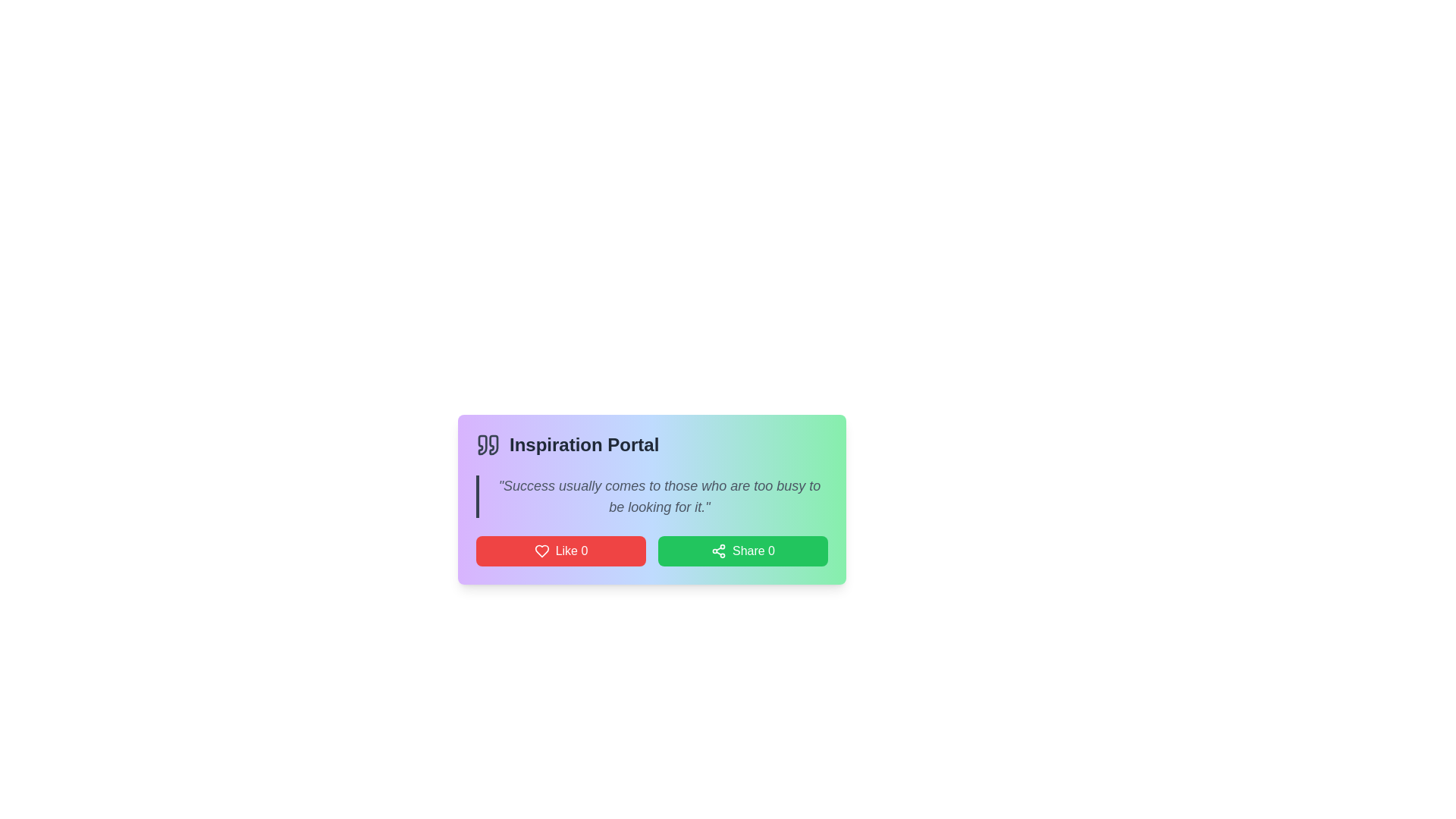 This screenshot has width=1456, height=819. What do you see at coordinates (717, 551) in the screenshot?
I see `the share icon represented by a linear graphic consisting of three circles connected by lines, which is centrally positioned within the green 'Share' button labeled 'Share 0'` at bounding box center [717, 551].